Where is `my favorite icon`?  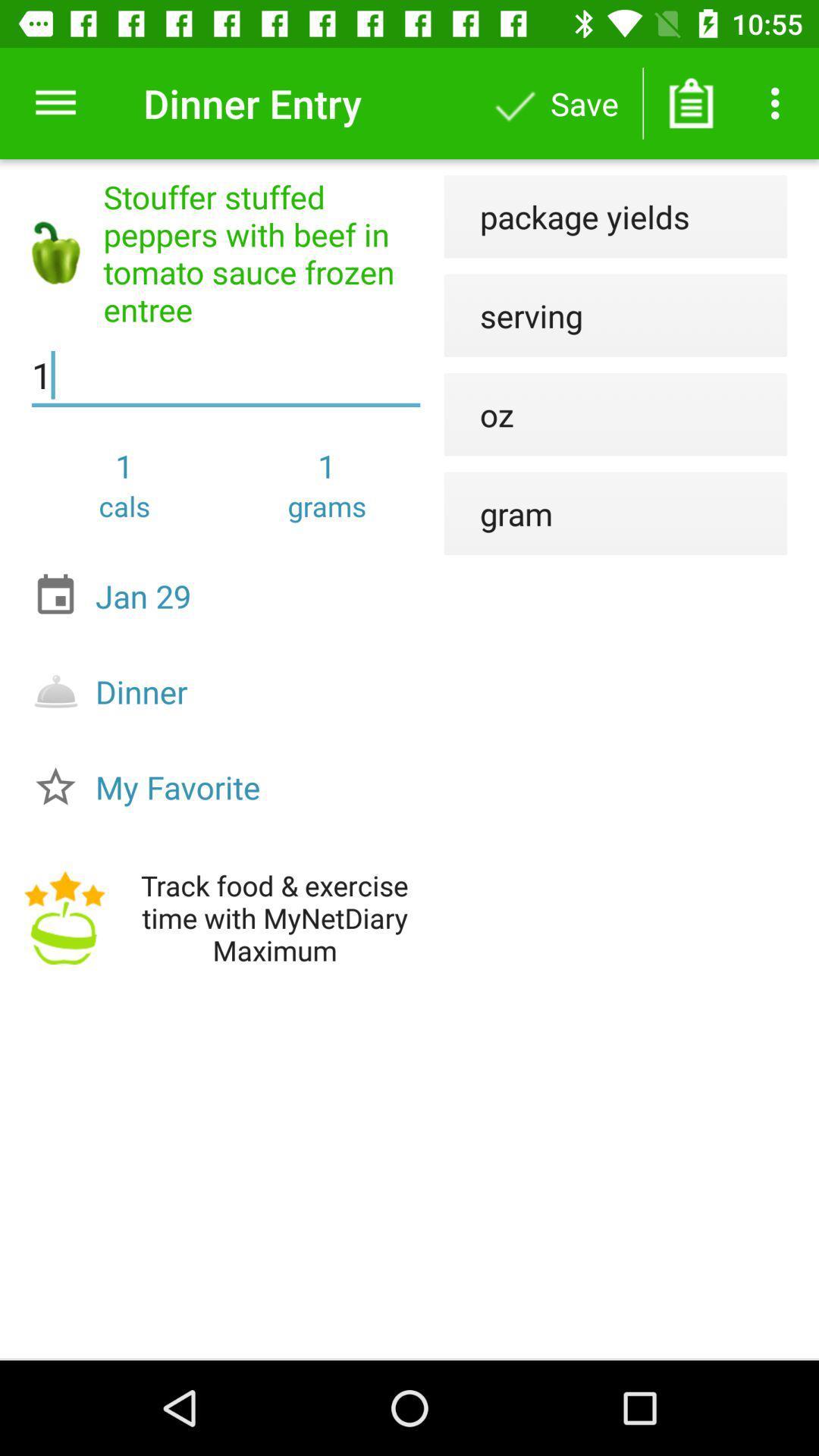
my favorite icon is located at coordinates (230, 786).